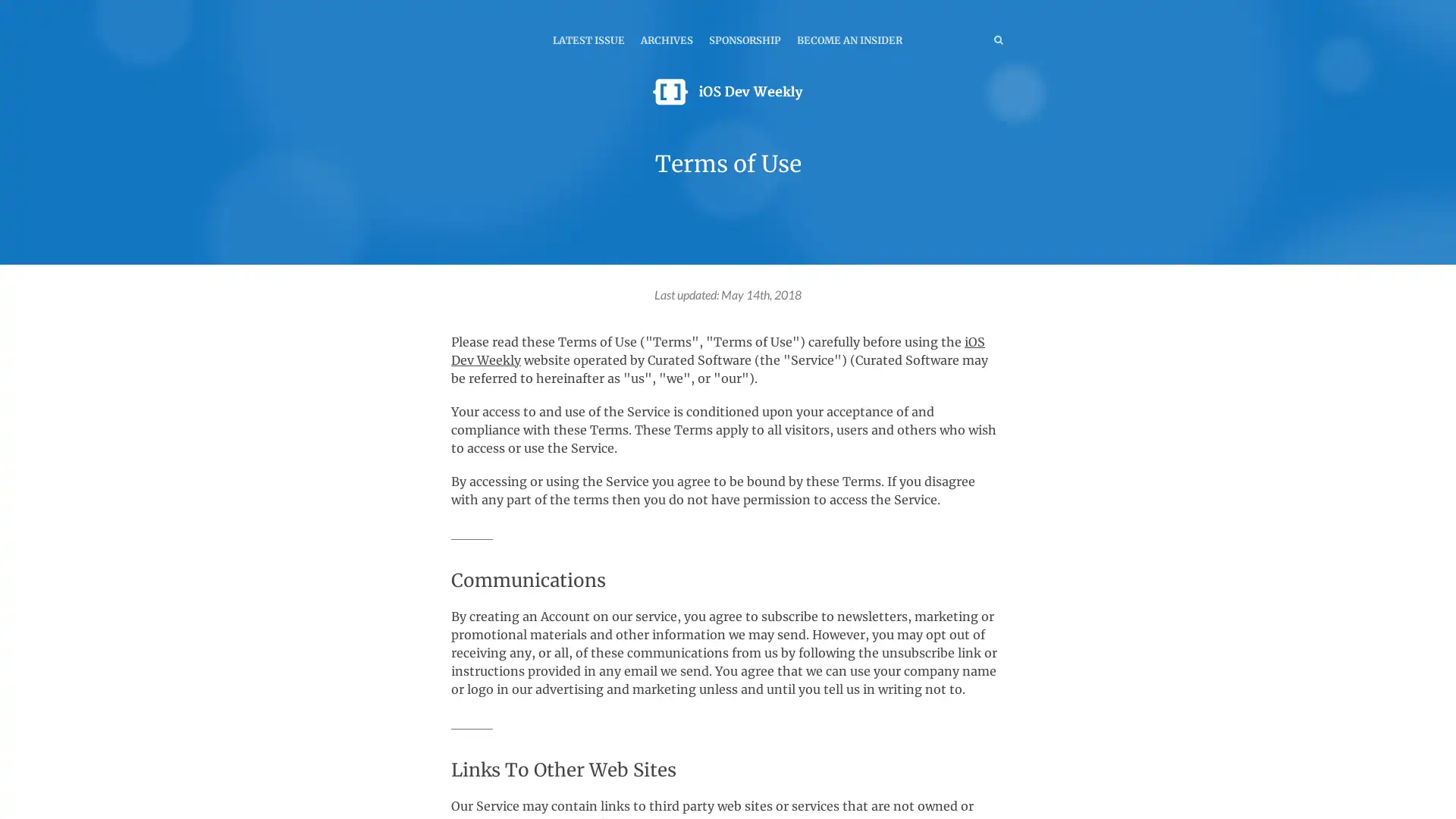 This screenshot has width=1456, height=819. Describe the element at coordinates (453, 11) in the screenshot. I see `TOGGLE MENU` at that location.